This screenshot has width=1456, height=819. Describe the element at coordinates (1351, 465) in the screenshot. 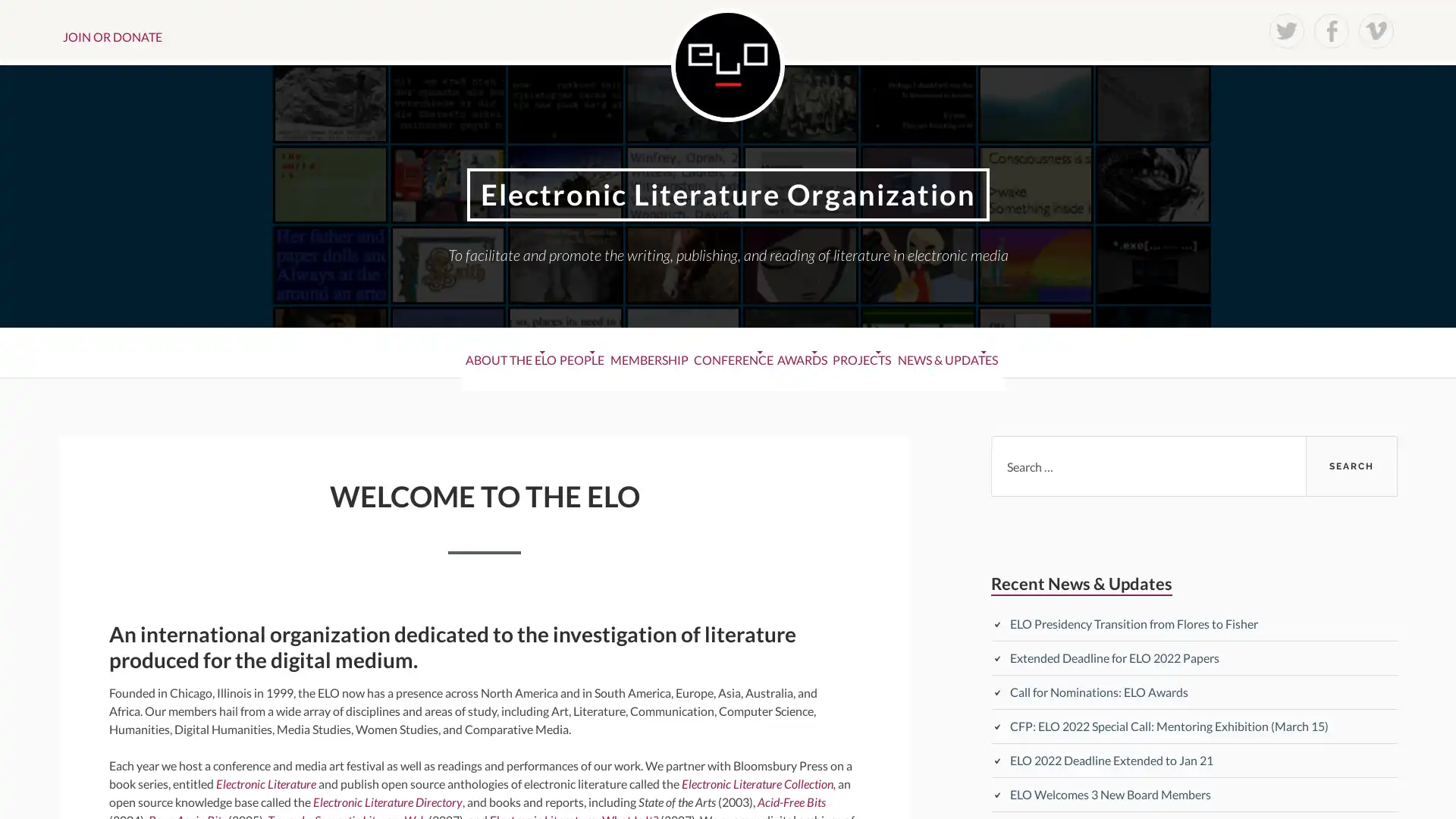

I see `Search` at that location.